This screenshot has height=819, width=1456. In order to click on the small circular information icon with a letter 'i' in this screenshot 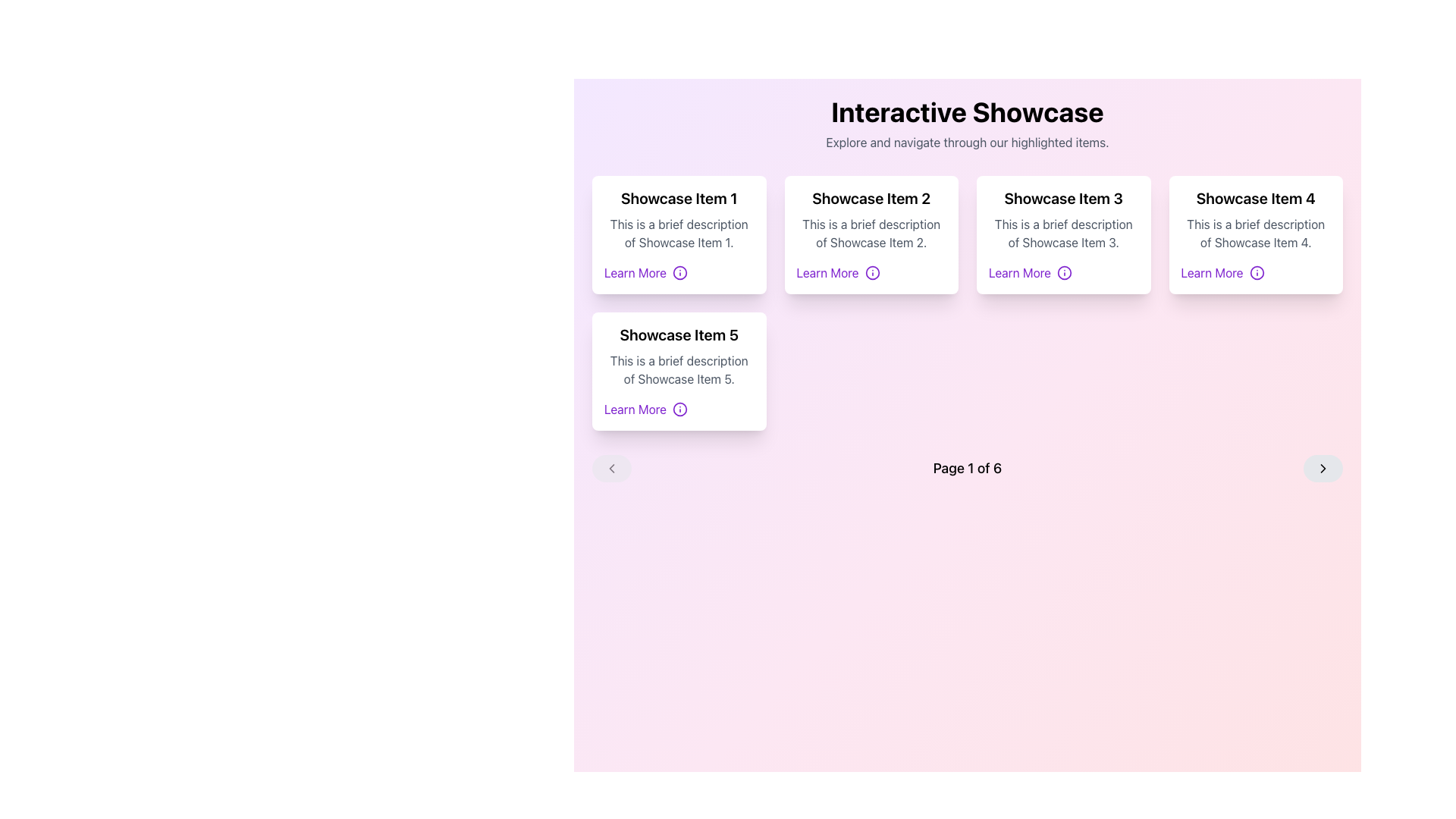, I will do `click(679, 409)`.